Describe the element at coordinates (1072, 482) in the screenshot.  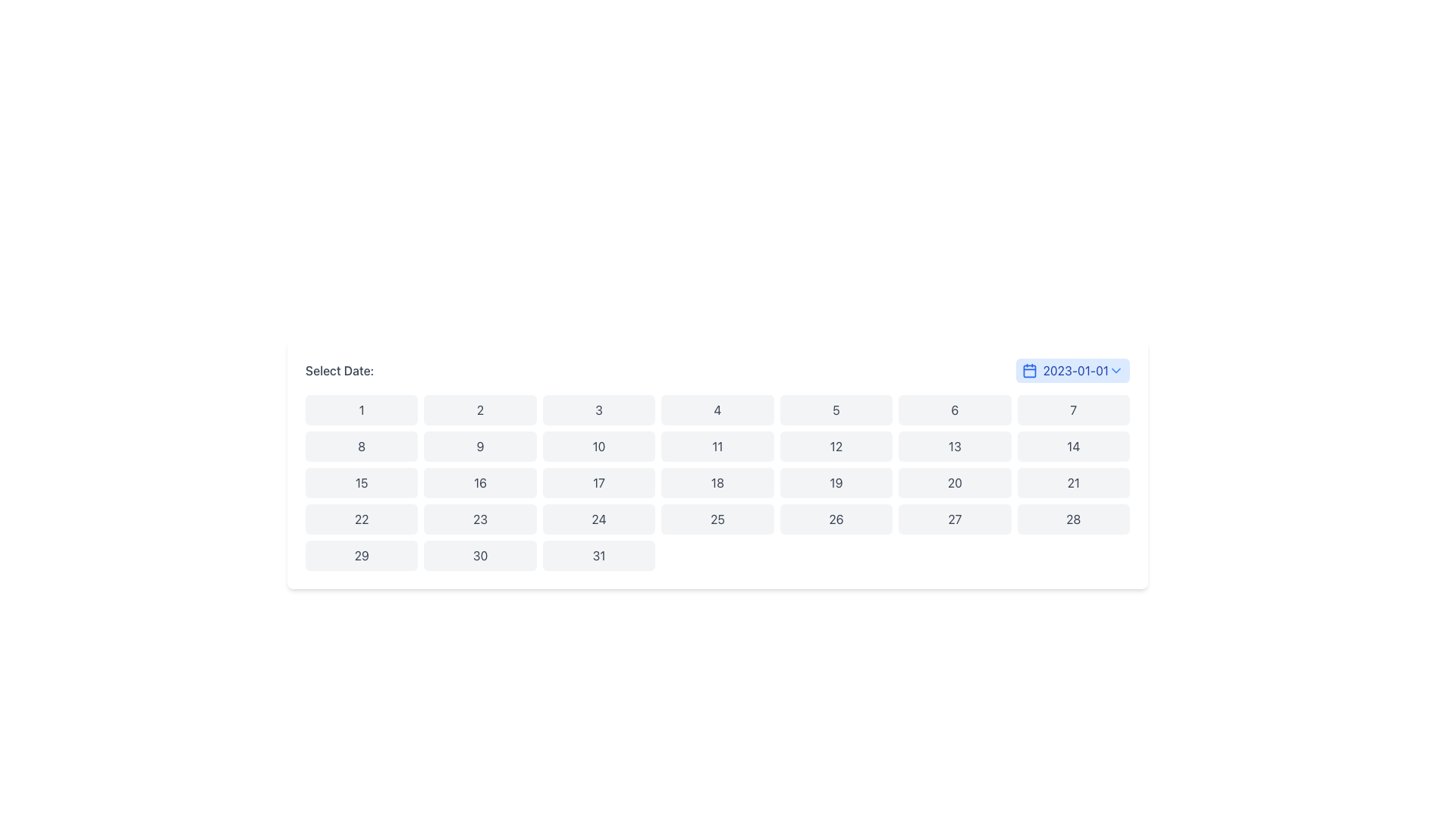
I see `the button labeled '21' in the calendar grid` at that location.